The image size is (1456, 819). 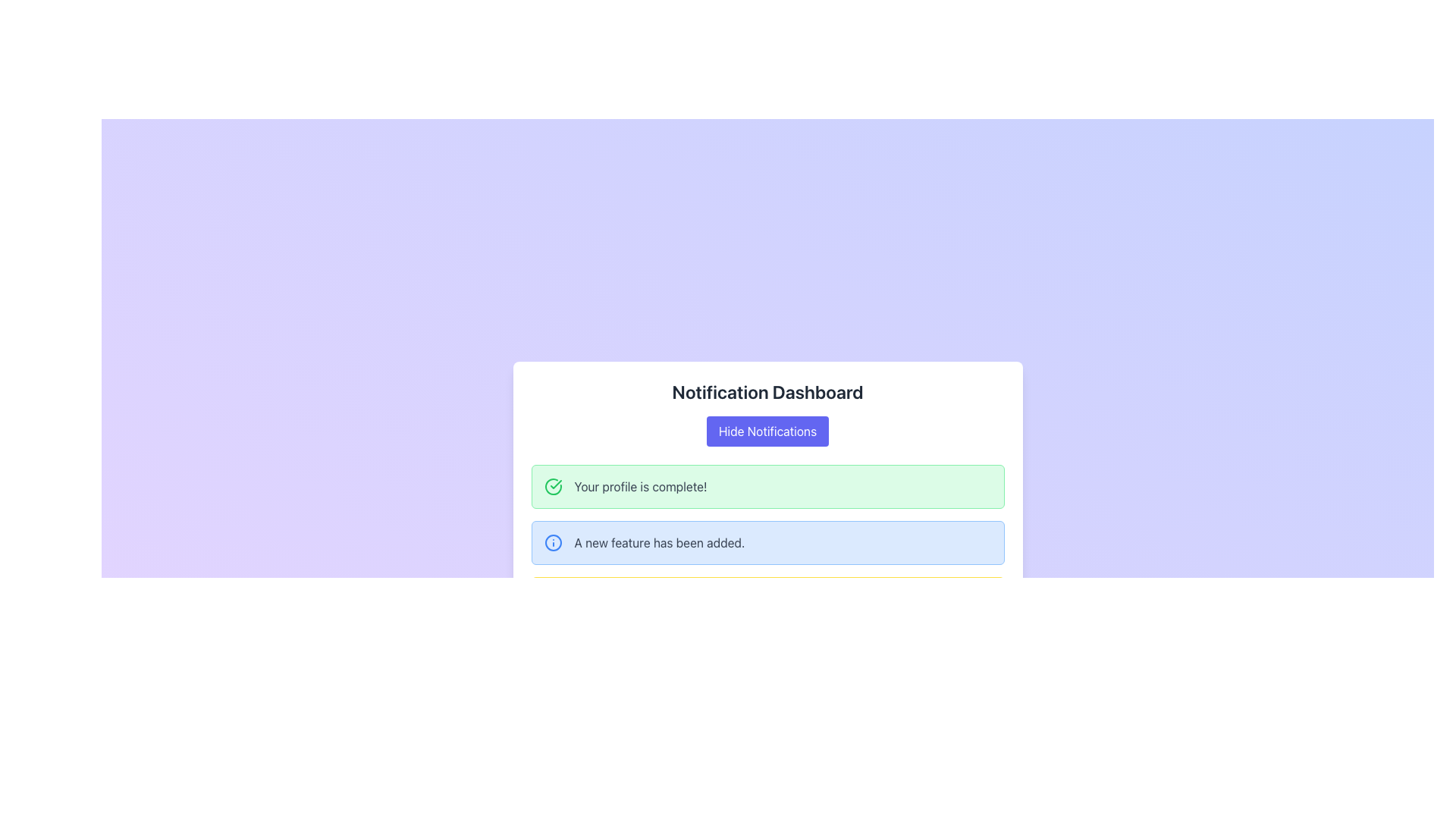 What do you see at coordinates (767, 391) in the screenshot?
I see `text header labeled 'Notification Dashboard', which is in bold, large dark gray font and centered above the content area` at bounding box center [767, 391].